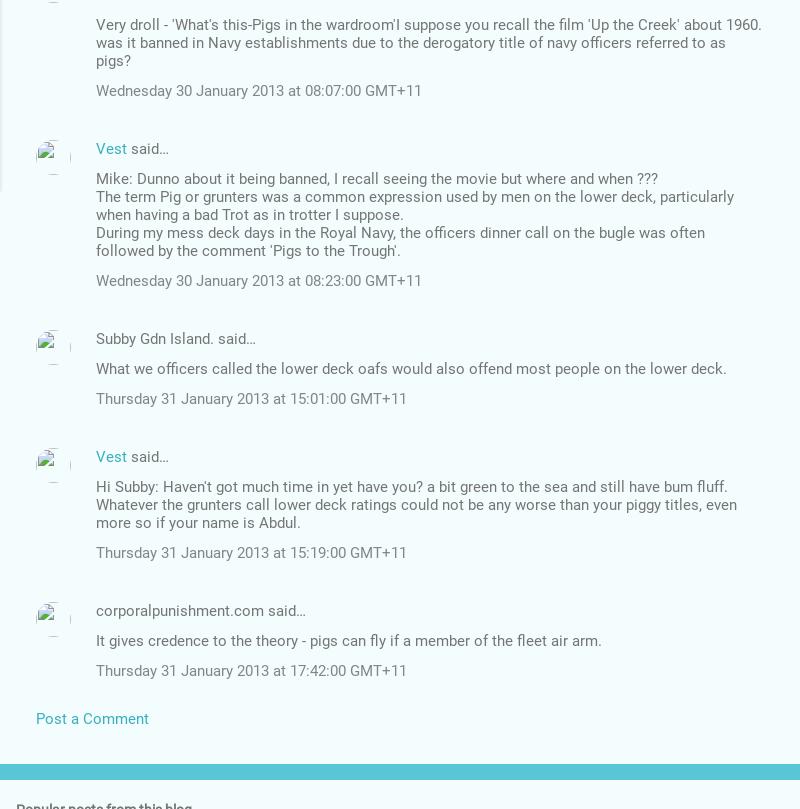 The image size is (800, 809). Describe the element at coordinates (412, 484) in the screenshot. I see `'Hi Subby: Haven't got much time in yet have you? a bit green to the sea and still have bum fluff.'` at that location.